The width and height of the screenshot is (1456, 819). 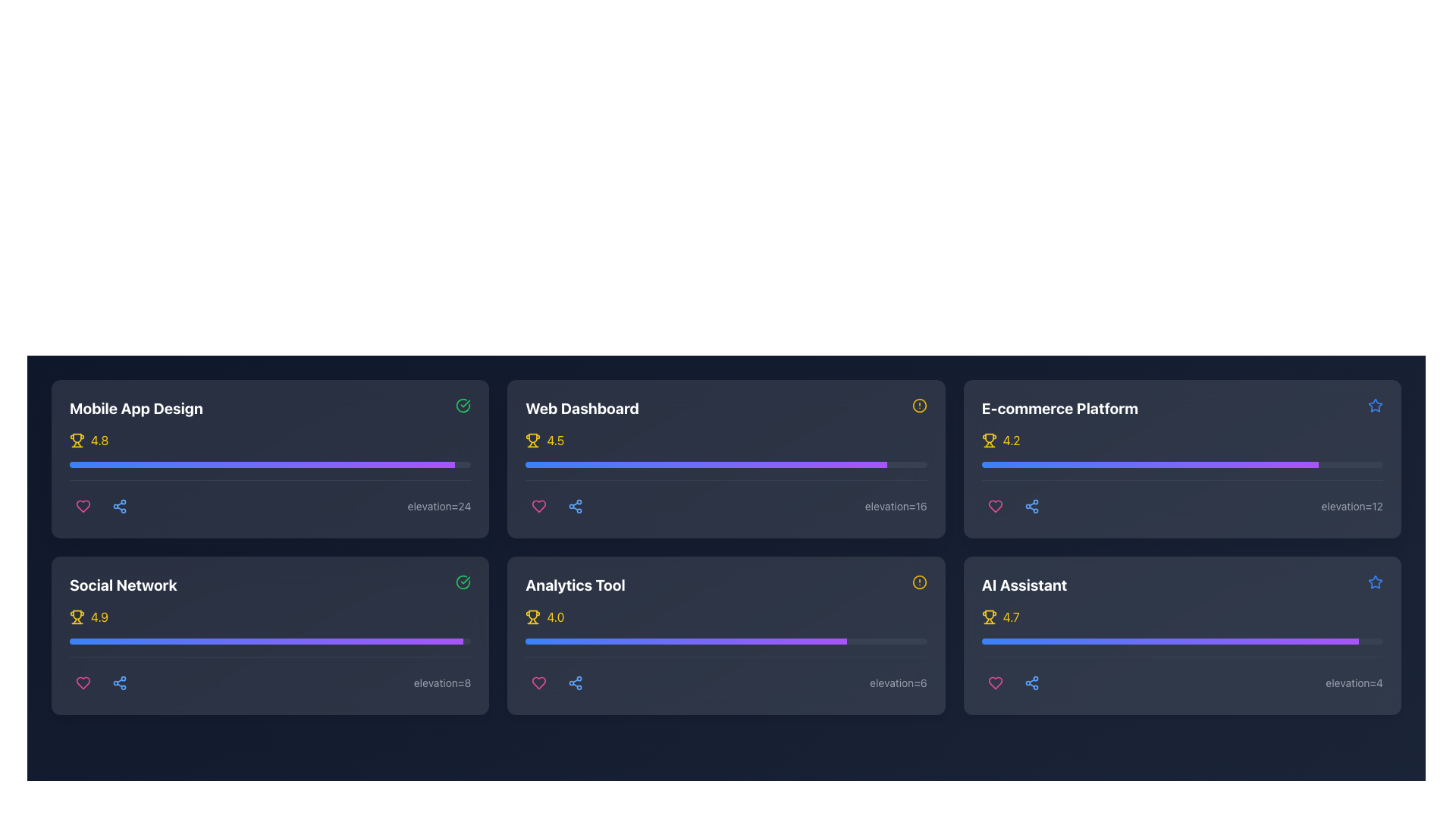 What do you see at coordinates (99, 441) in the screenshot?
I see `the yellow-colored text label displaying the value '4.8', which is prominently styled in bold font and located inside the 'Mobile App Design' card, immediately to the right of a trophy icon` at bounding box center [99, 441].